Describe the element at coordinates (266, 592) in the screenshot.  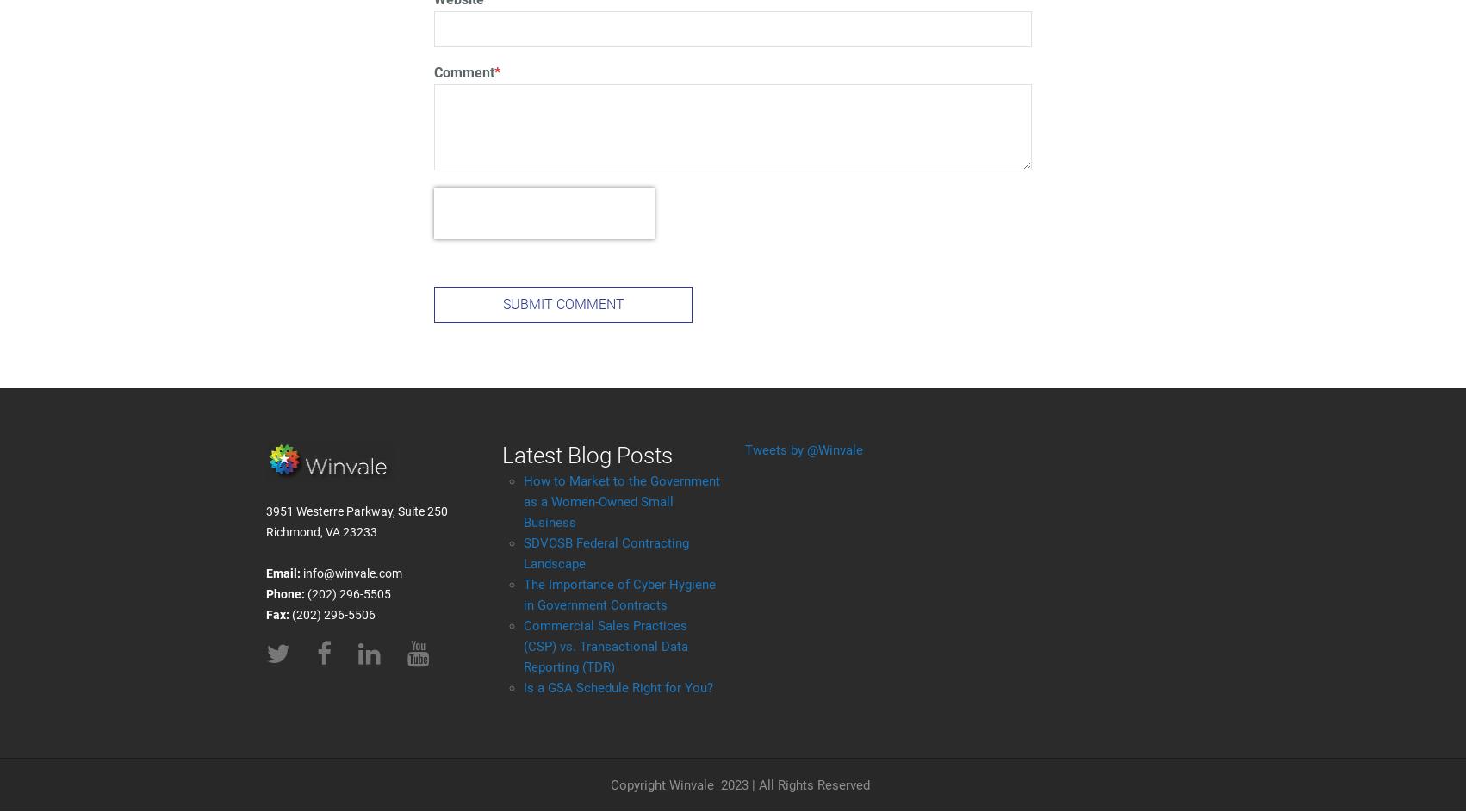
I see `'Phone:'` at that location.